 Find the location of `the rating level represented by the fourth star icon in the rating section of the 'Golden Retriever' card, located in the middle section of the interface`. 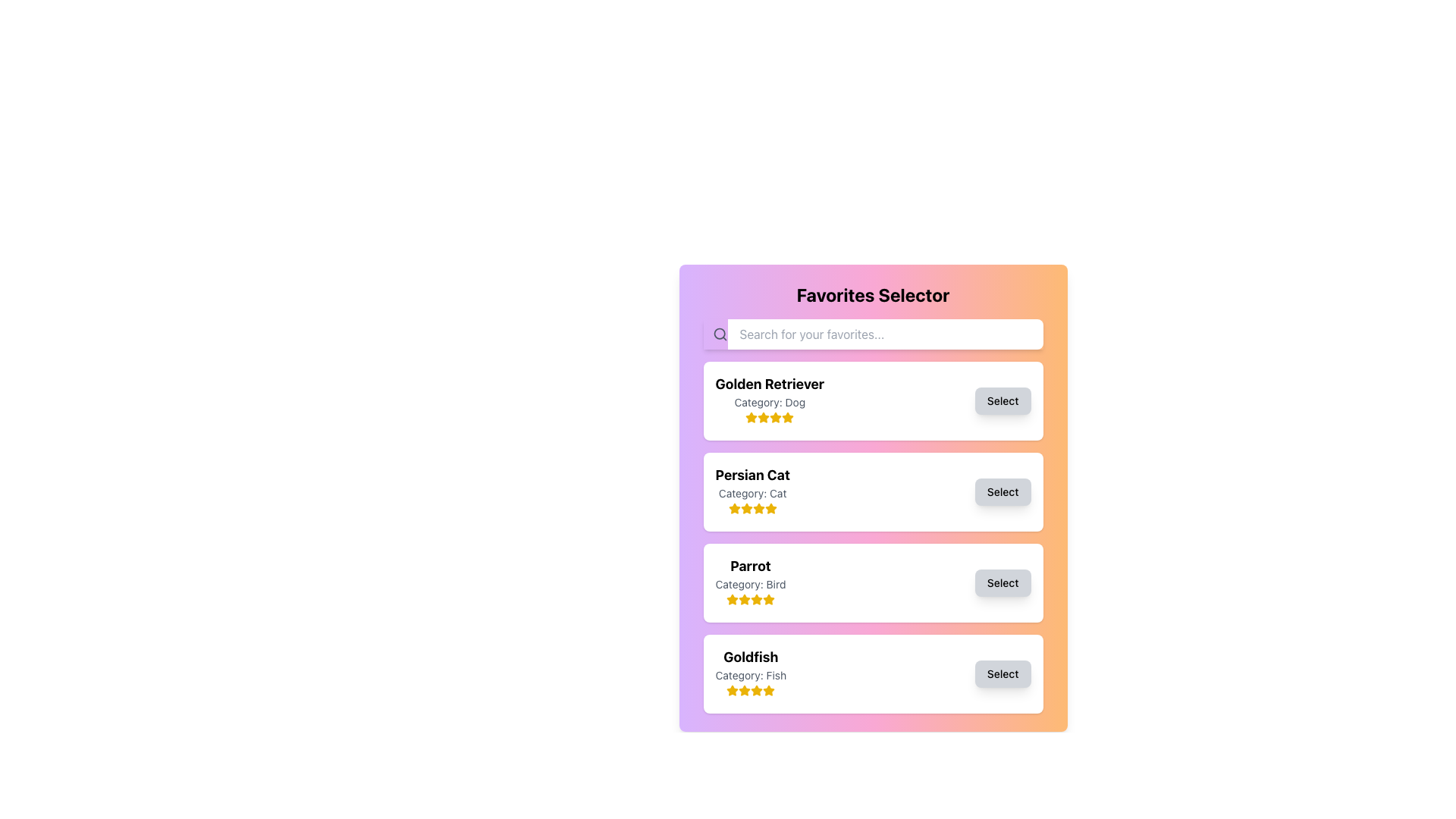

the rating level represented by the fourth star icon in the rating section of the 'Golden Retriever' card, located in the middle section of the interface is located at coordinates (776, 418).